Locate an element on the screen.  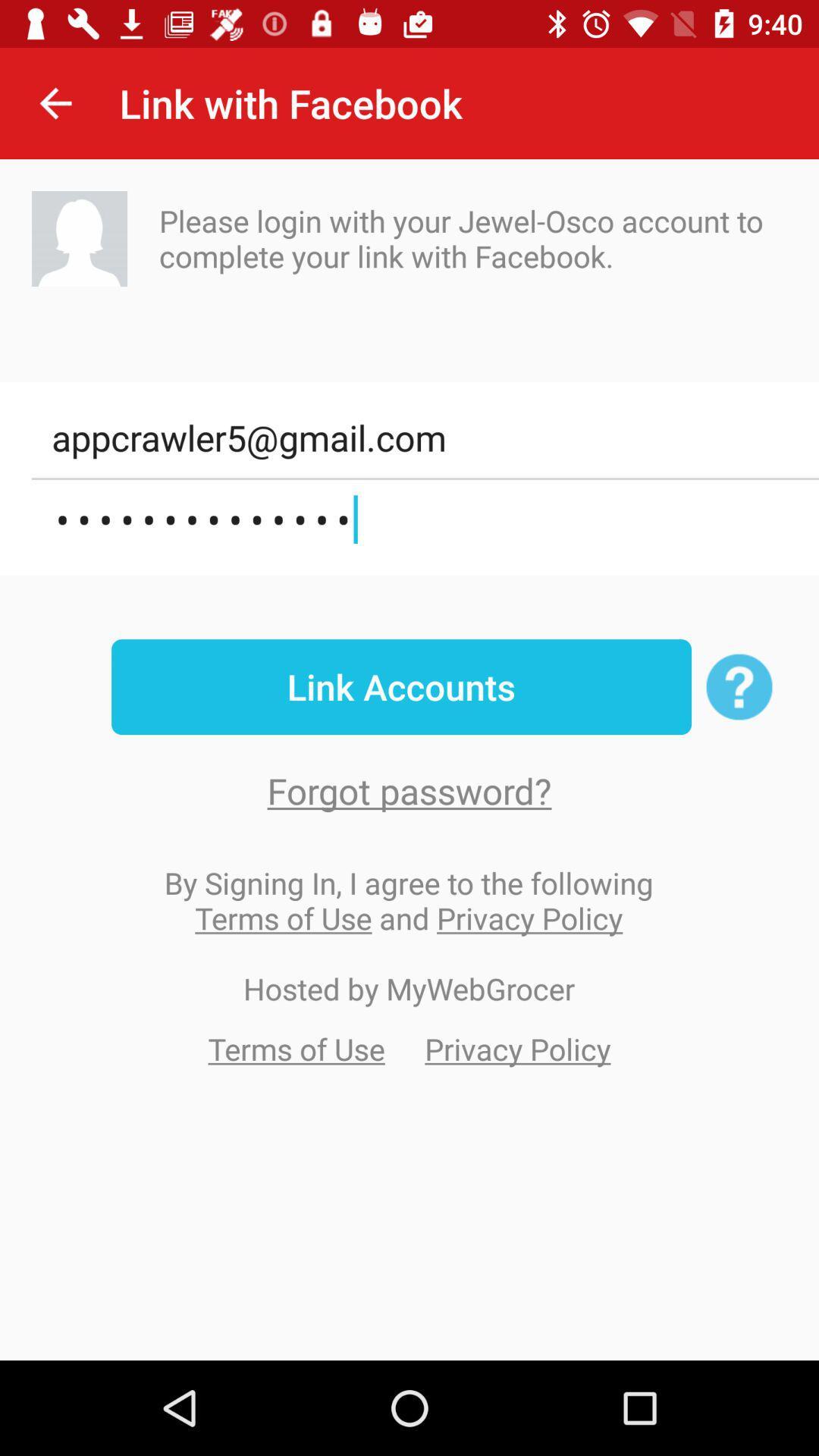
the help icon is located at coordinates (739, 686).